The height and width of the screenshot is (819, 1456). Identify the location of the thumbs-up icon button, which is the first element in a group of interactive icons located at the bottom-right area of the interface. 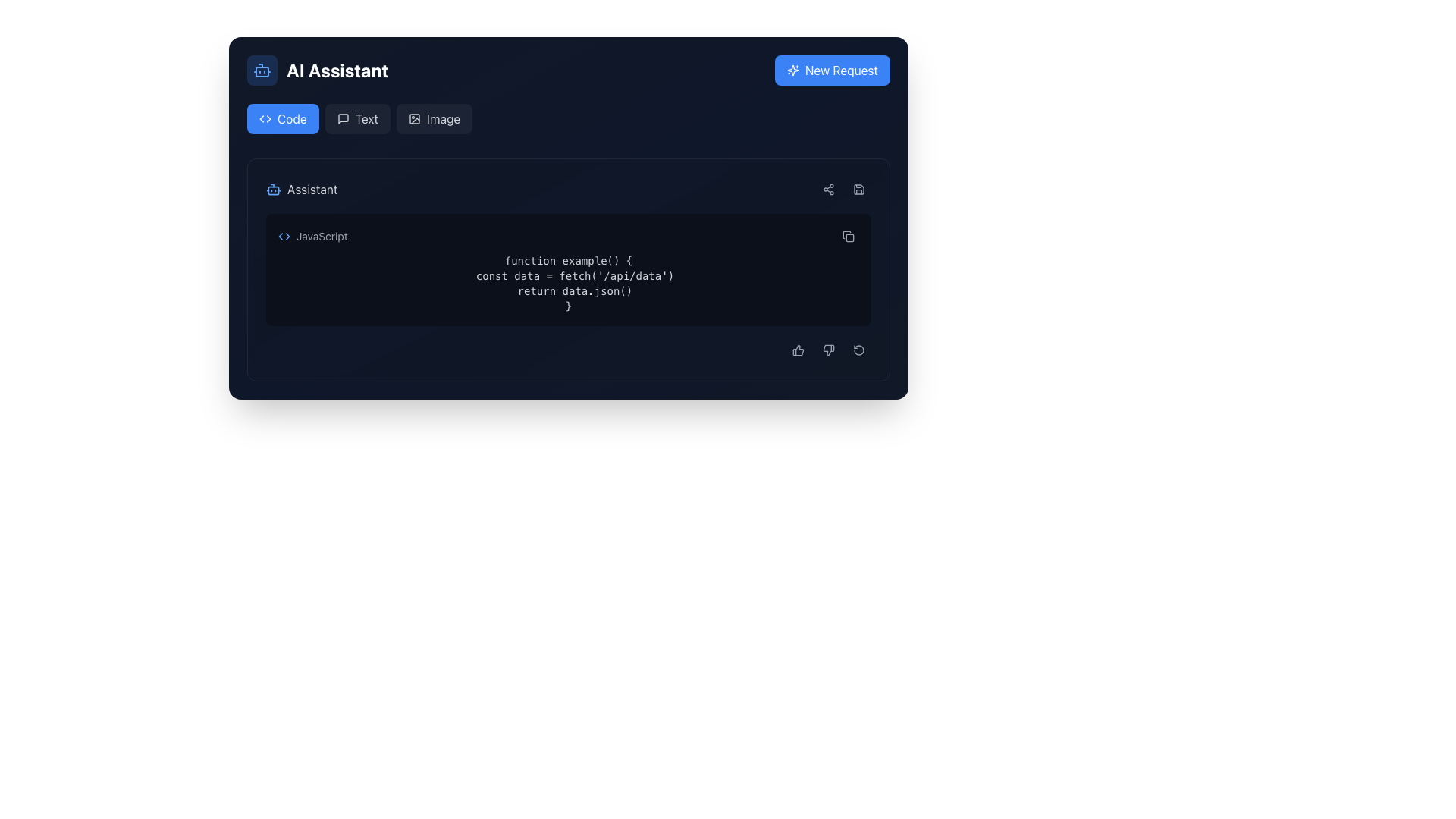
(797, 350).